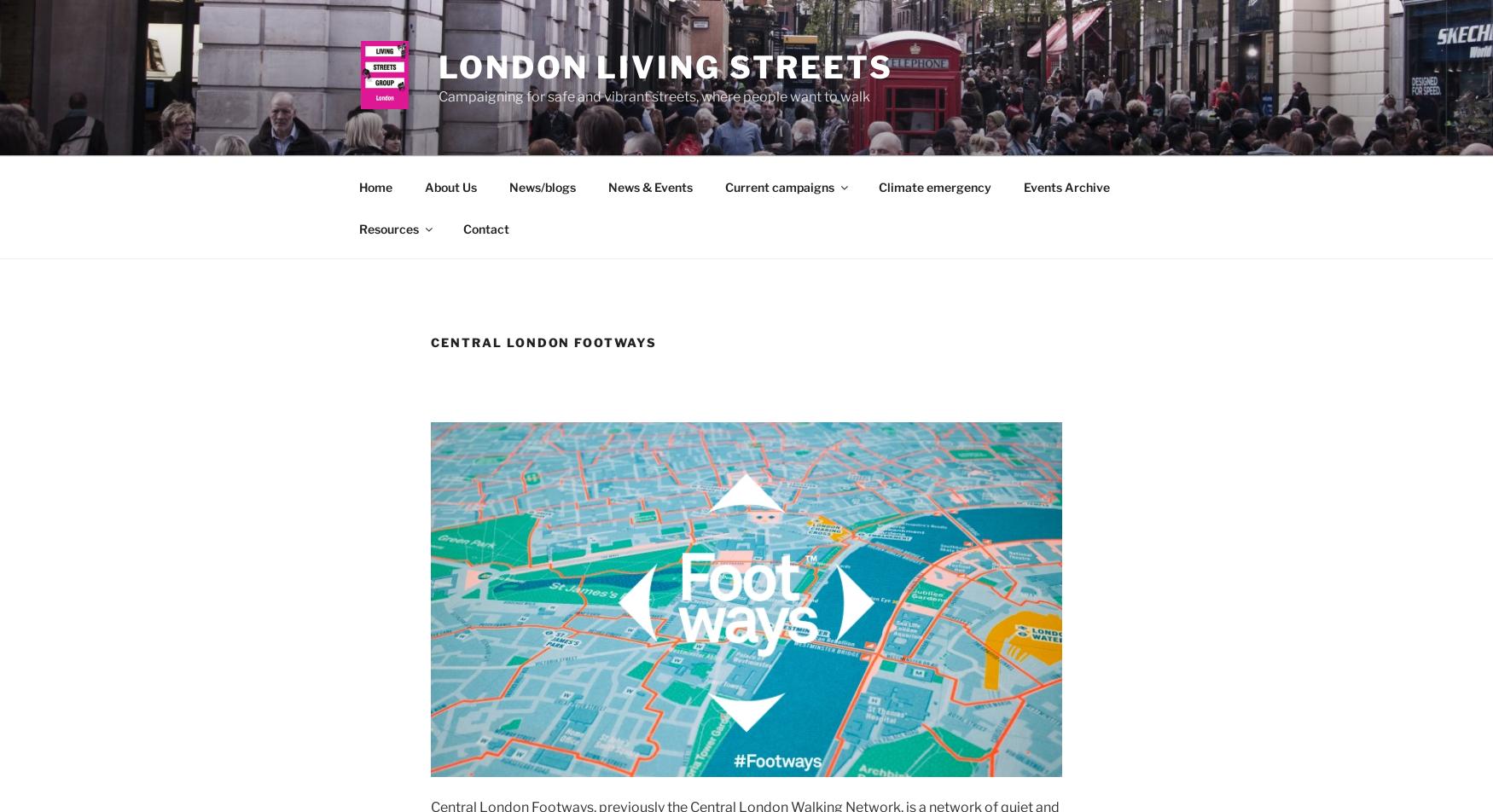 Image resolution: width=1493 pixels, height=812 pixels. I want to click on 'About Us', so click(449, 186).